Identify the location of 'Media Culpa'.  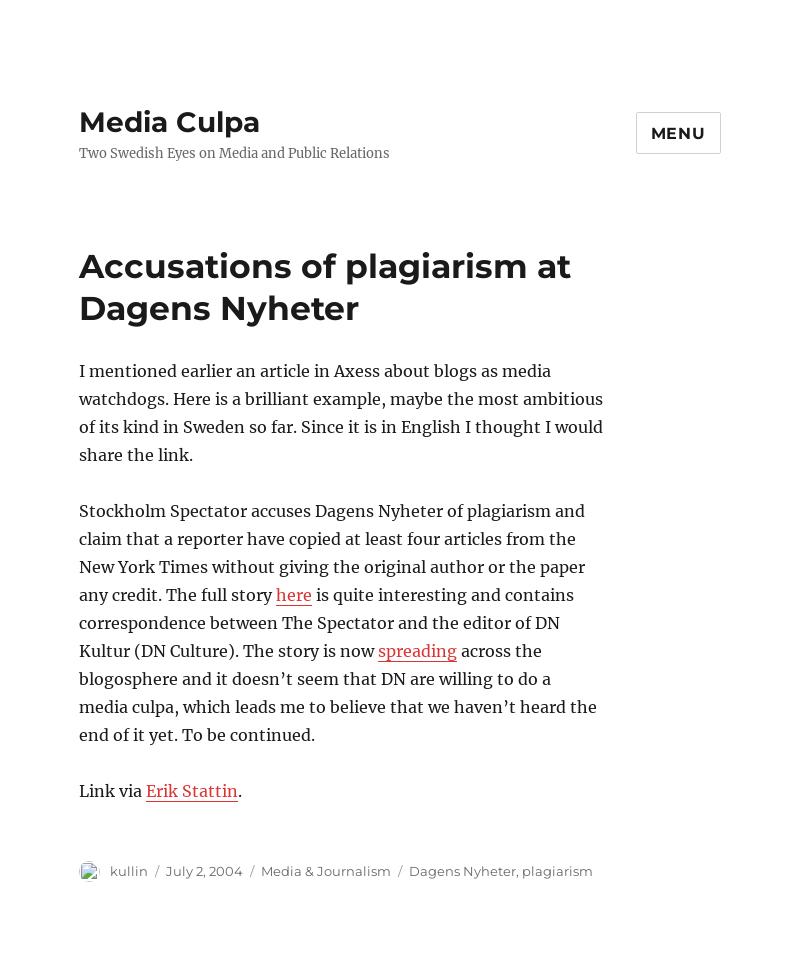
(168, 122).